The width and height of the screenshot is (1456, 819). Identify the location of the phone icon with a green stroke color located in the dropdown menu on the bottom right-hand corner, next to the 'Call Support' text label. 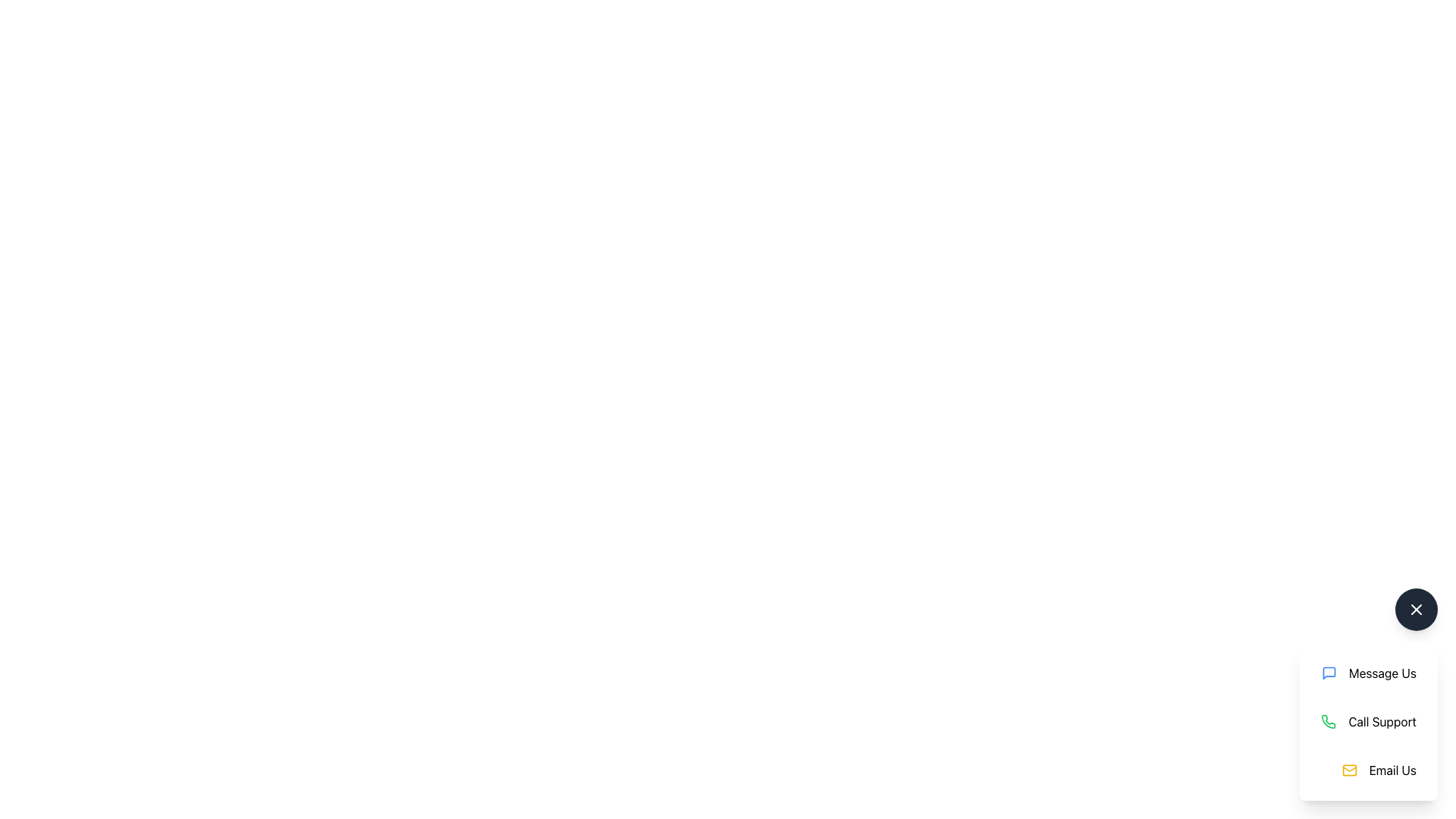
(1328, 721).